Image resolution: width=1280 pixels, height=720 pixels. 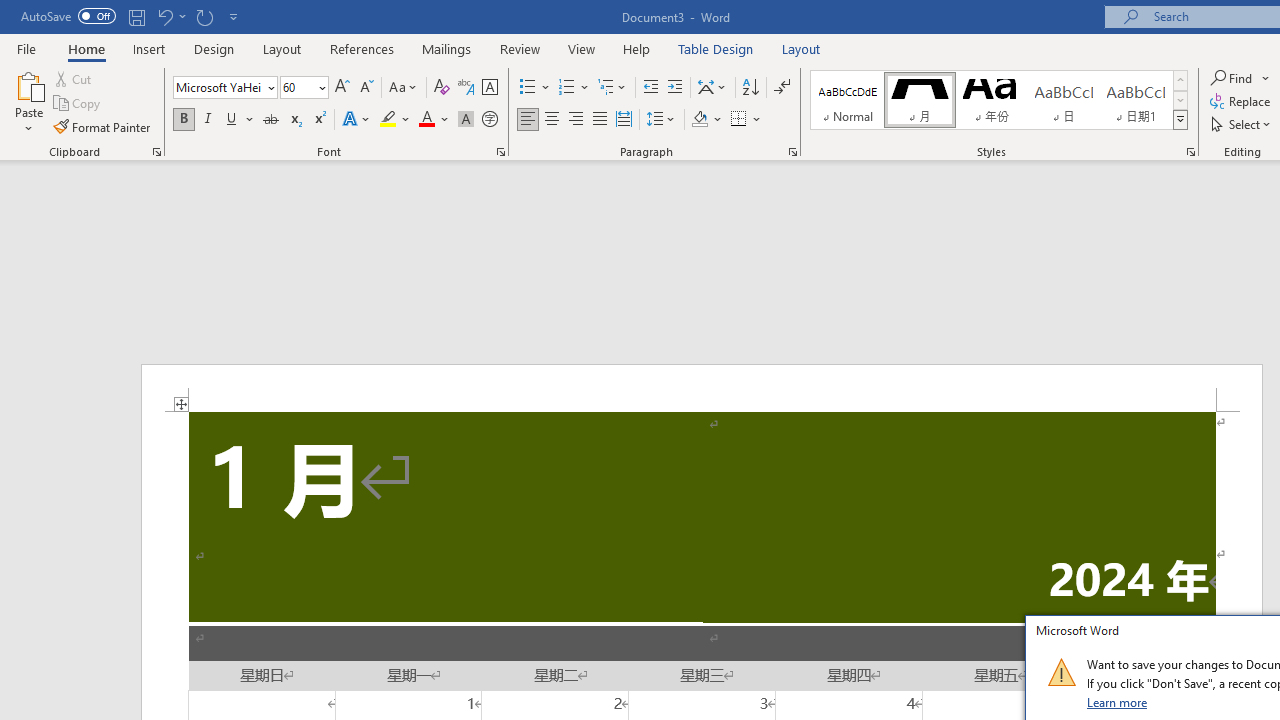 I want to click on 'Text Highlight Color', so click(x=395, y=119).